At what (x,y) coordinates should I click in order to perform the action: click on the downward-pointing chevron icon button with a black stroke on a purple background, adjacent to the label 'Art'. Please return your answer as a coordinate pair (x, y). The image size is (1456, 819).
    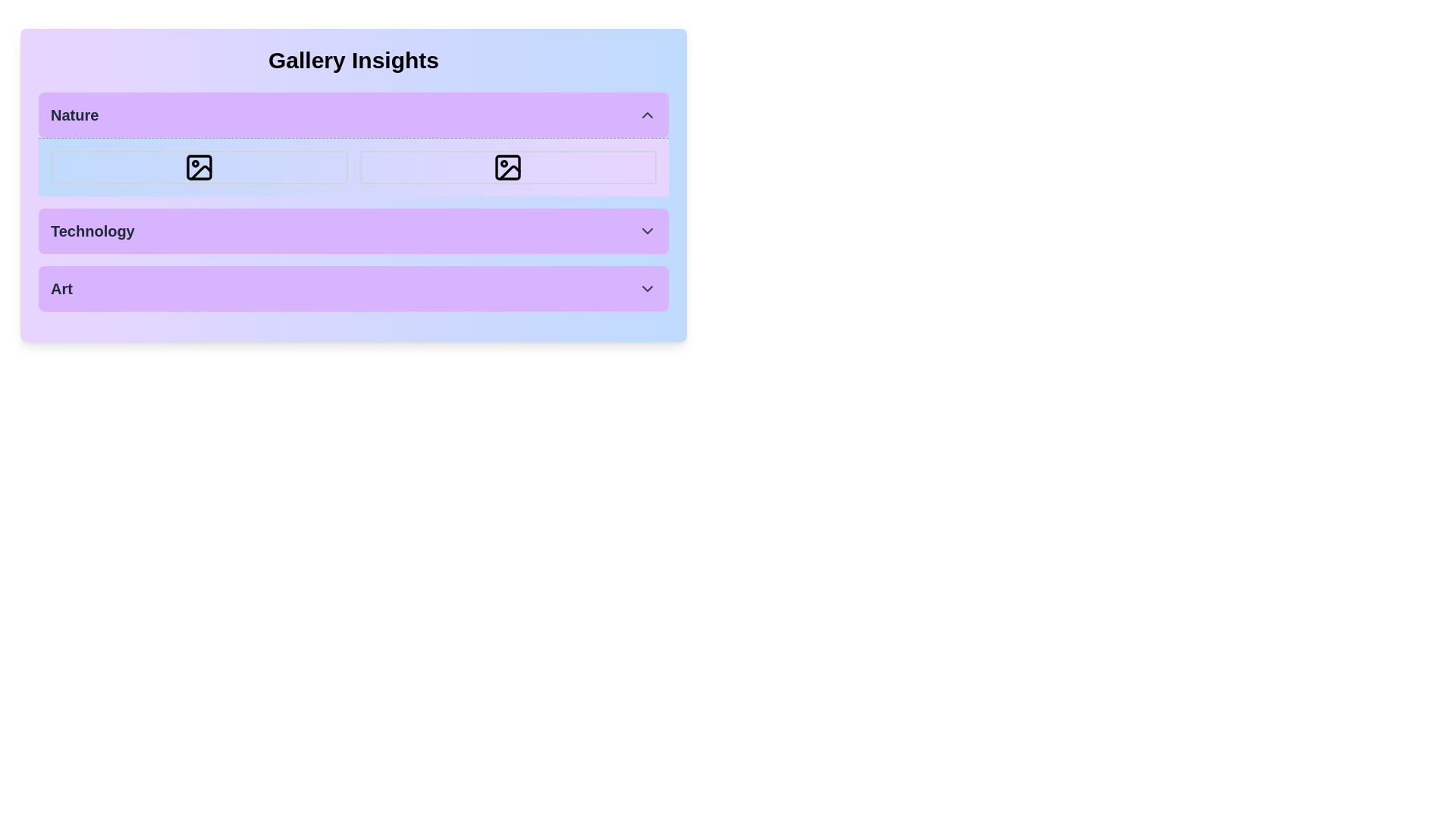
    Looking at the image, I should click on (648, 289).